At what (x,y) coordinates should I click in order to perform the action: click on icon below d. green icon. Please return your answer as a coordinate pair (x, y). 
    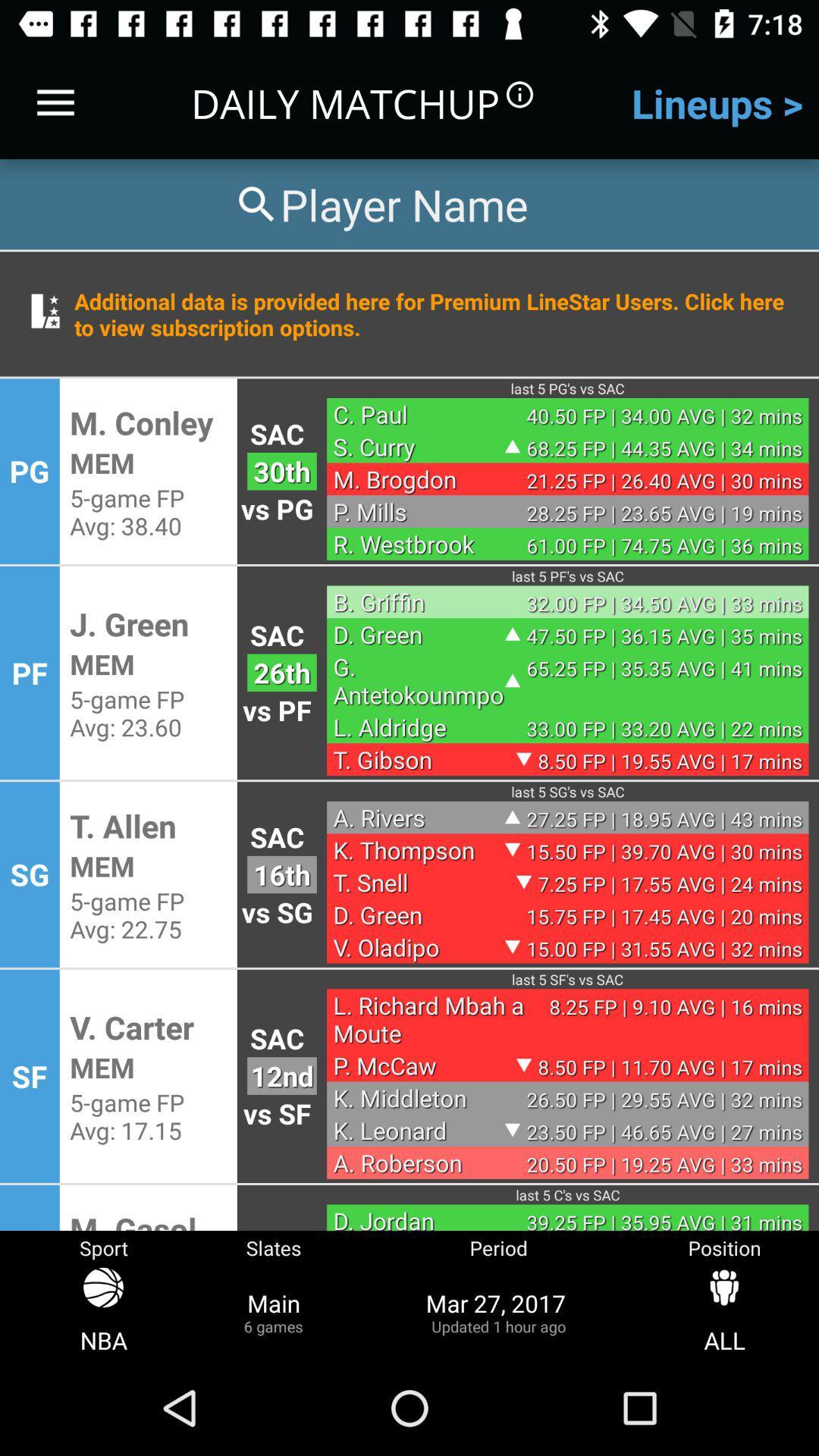
    Looking at the image, I should click on (419, 679).